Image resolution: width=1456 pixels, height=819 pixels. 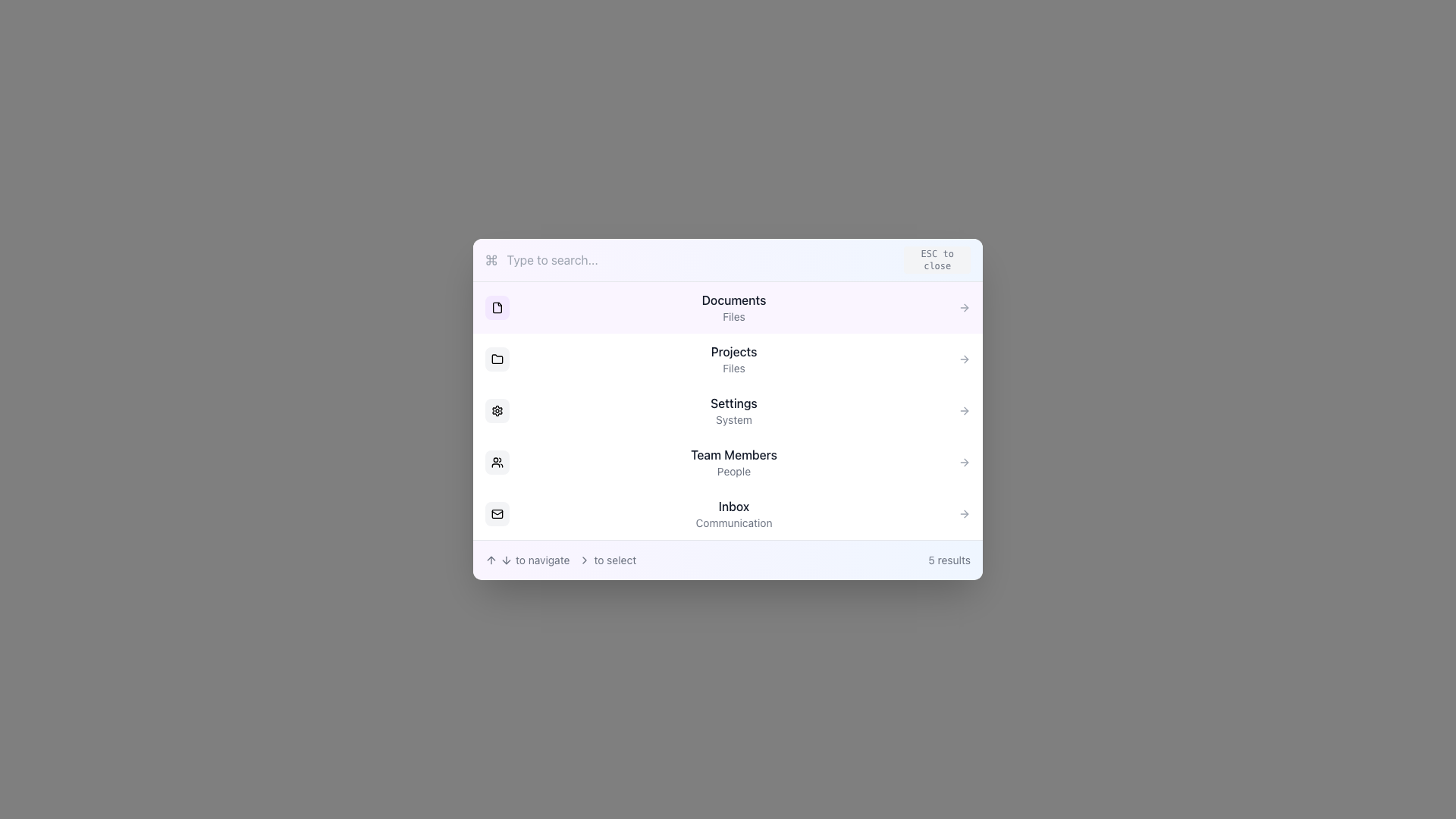 What do you see at coordinates (965, 359) in the screenshot?
I see `the navigation indicator arrow pointing right, located in the 'Projects' row of the menu panel` at bounding box center [965, 359].